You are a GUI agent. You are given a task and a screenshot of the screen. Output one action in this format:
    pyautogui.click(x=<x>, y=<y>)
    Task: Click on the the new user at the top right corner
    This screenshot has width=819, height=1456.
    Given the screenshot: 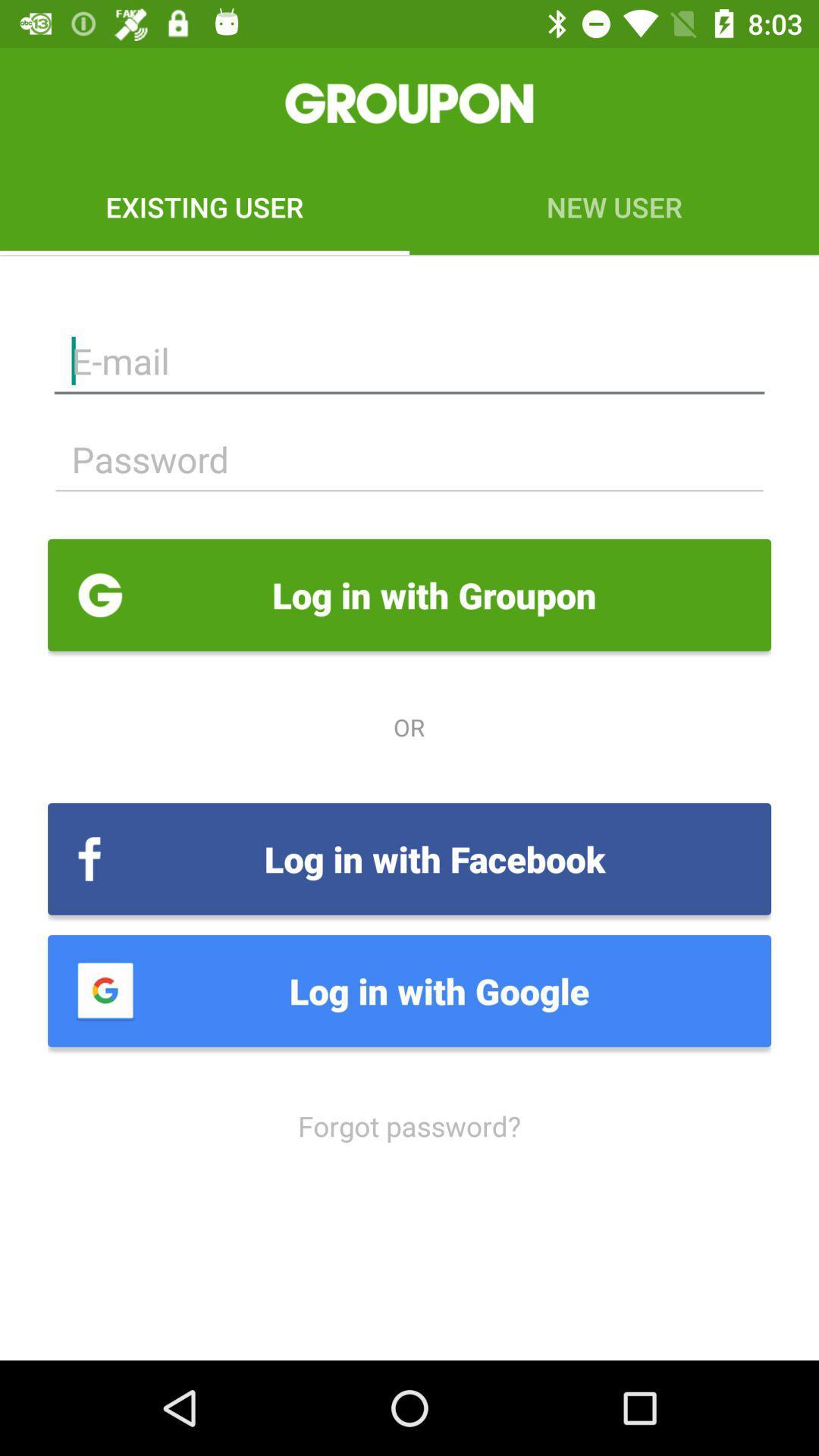 What is the action you would take?
    pyautogui.click(x=614, y=206)
    